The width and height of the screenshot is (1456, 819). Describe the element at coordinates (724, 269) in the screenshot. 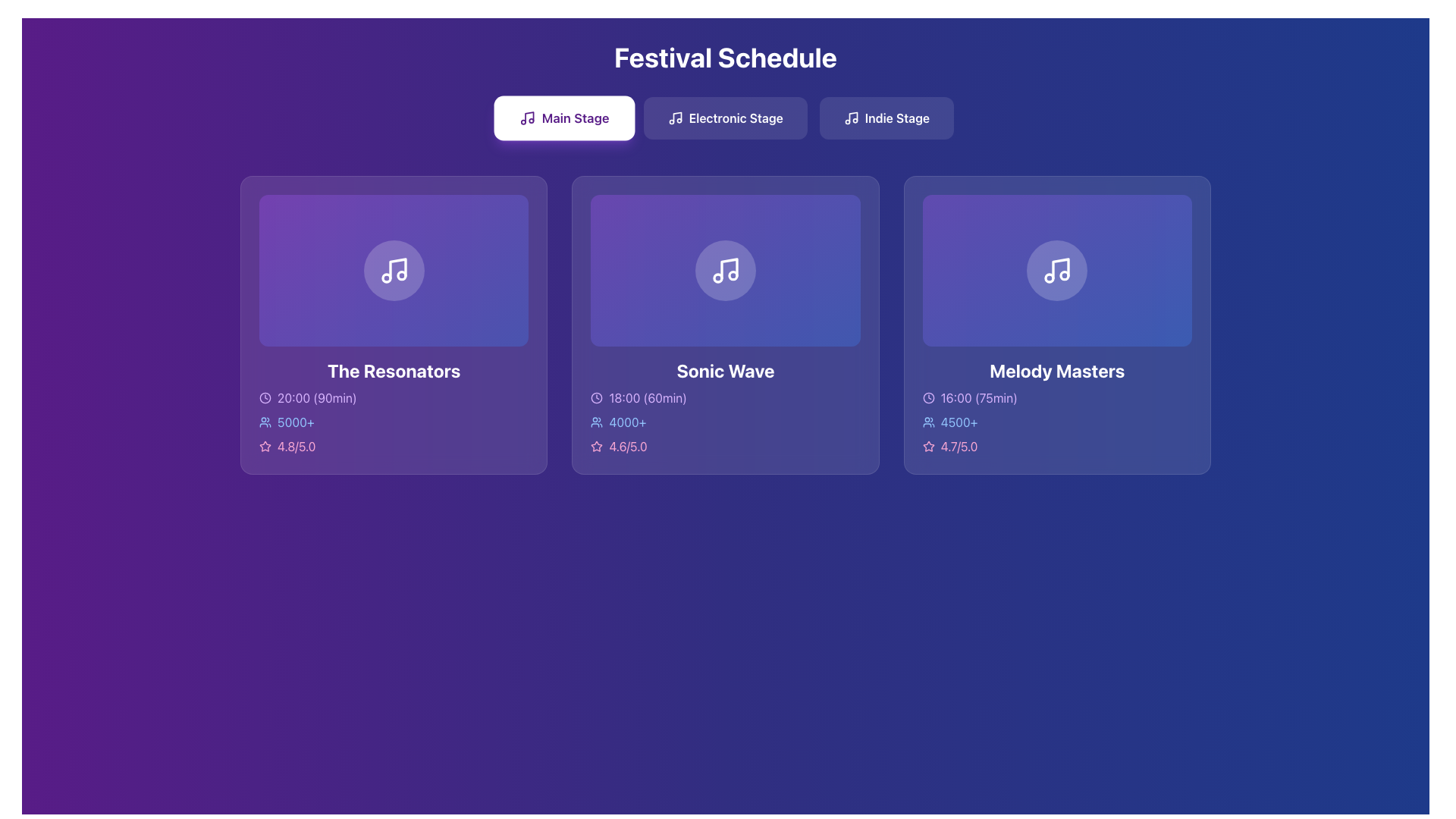

I see `the circular button with an icon representing music within the 'Sonic Wave' section to interact with it` at that location.